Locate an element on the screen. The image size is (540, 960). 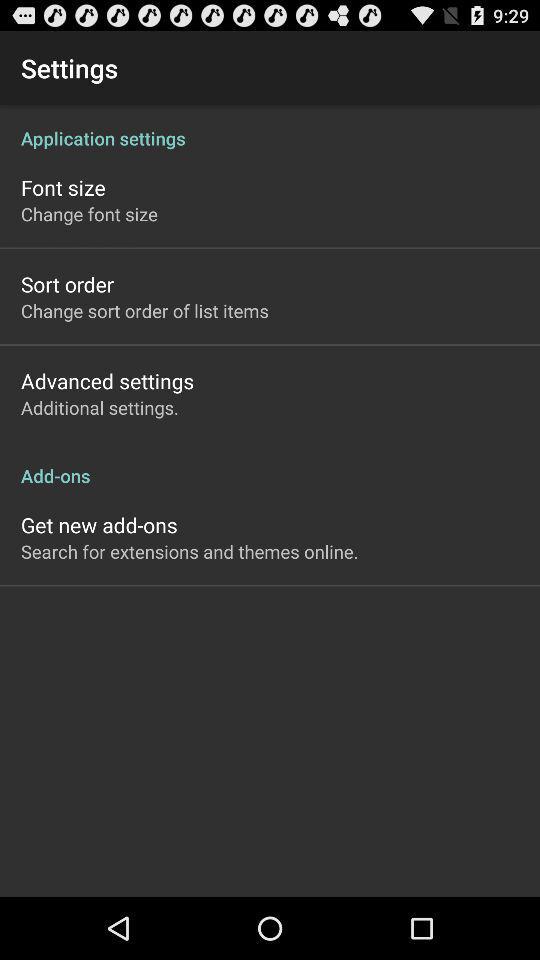
item above the additional settings. icon is located at coordinates (107, 380).